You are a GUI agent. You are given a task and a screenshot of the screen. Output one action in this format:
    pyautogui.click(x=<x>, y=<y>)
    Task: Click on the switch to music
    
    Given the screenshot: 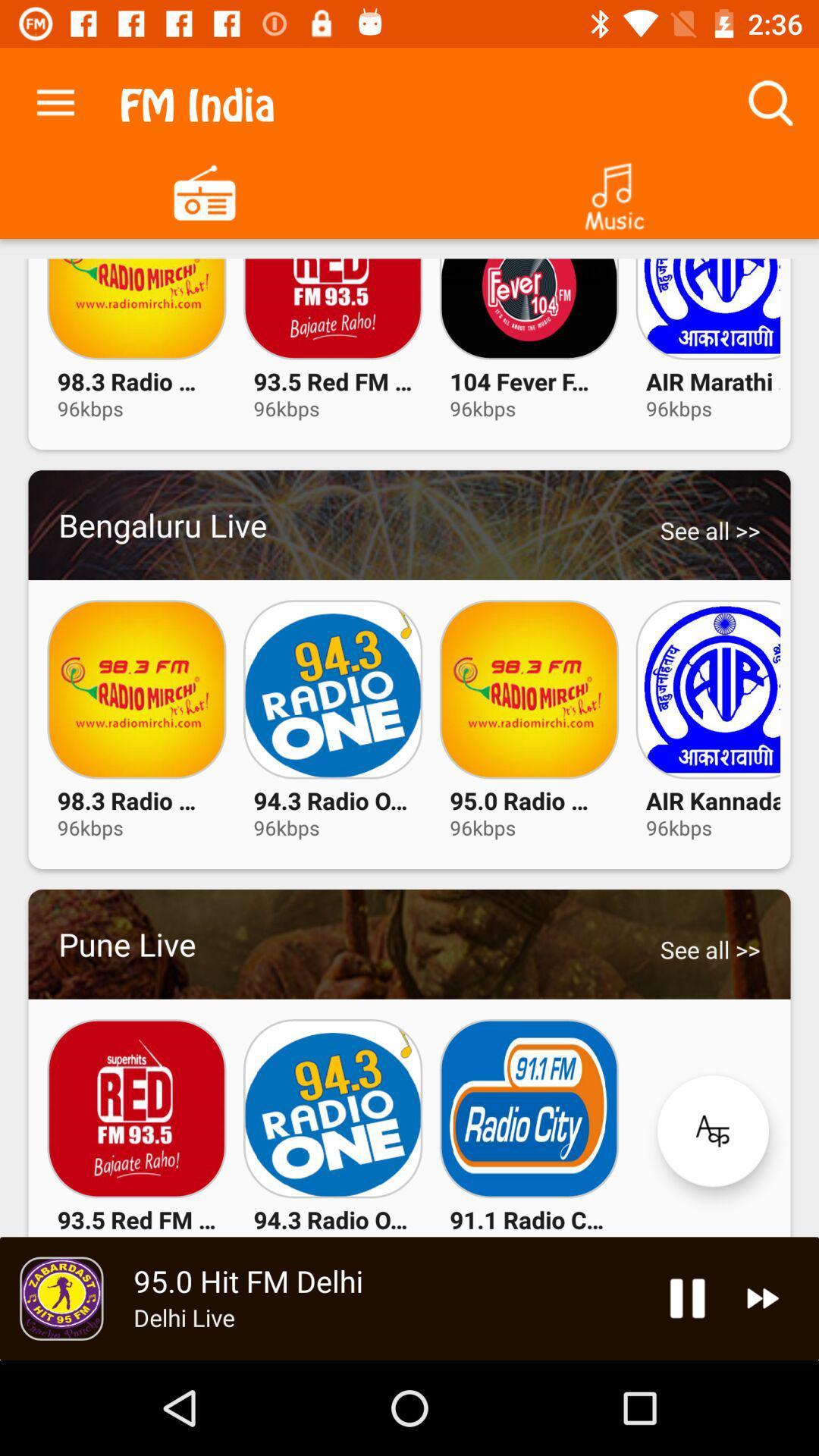 What is the action you would take?
    pyautogui.click(x=614, y=190)
    